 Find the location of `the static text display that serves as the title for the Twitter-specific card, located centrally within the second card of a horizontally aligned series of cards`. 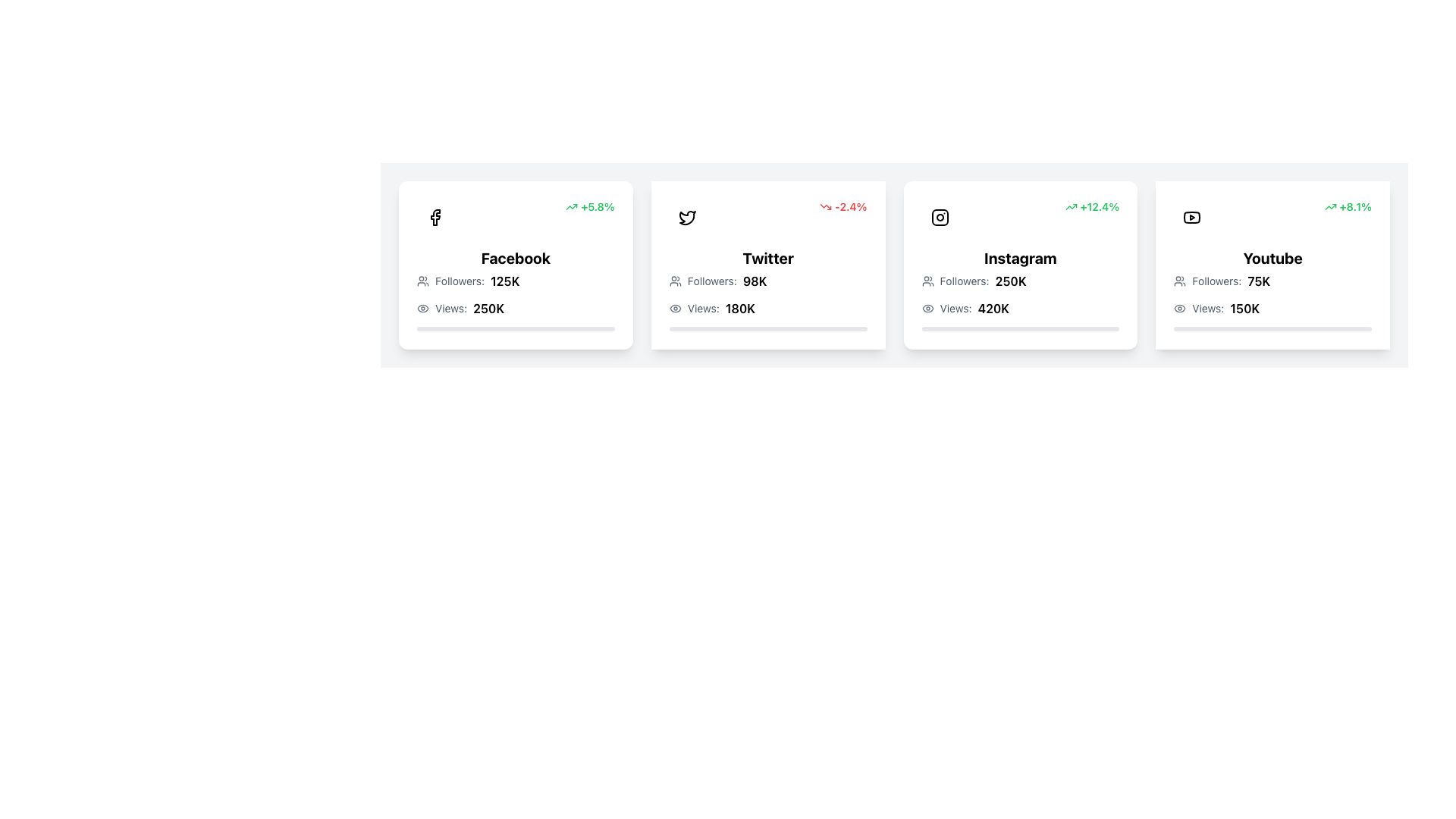

the static text display that serves as the title for the Twitter-specific card, located centrally within the second card of a horizontally aligned series of cards is located at coordinates (768, 257).